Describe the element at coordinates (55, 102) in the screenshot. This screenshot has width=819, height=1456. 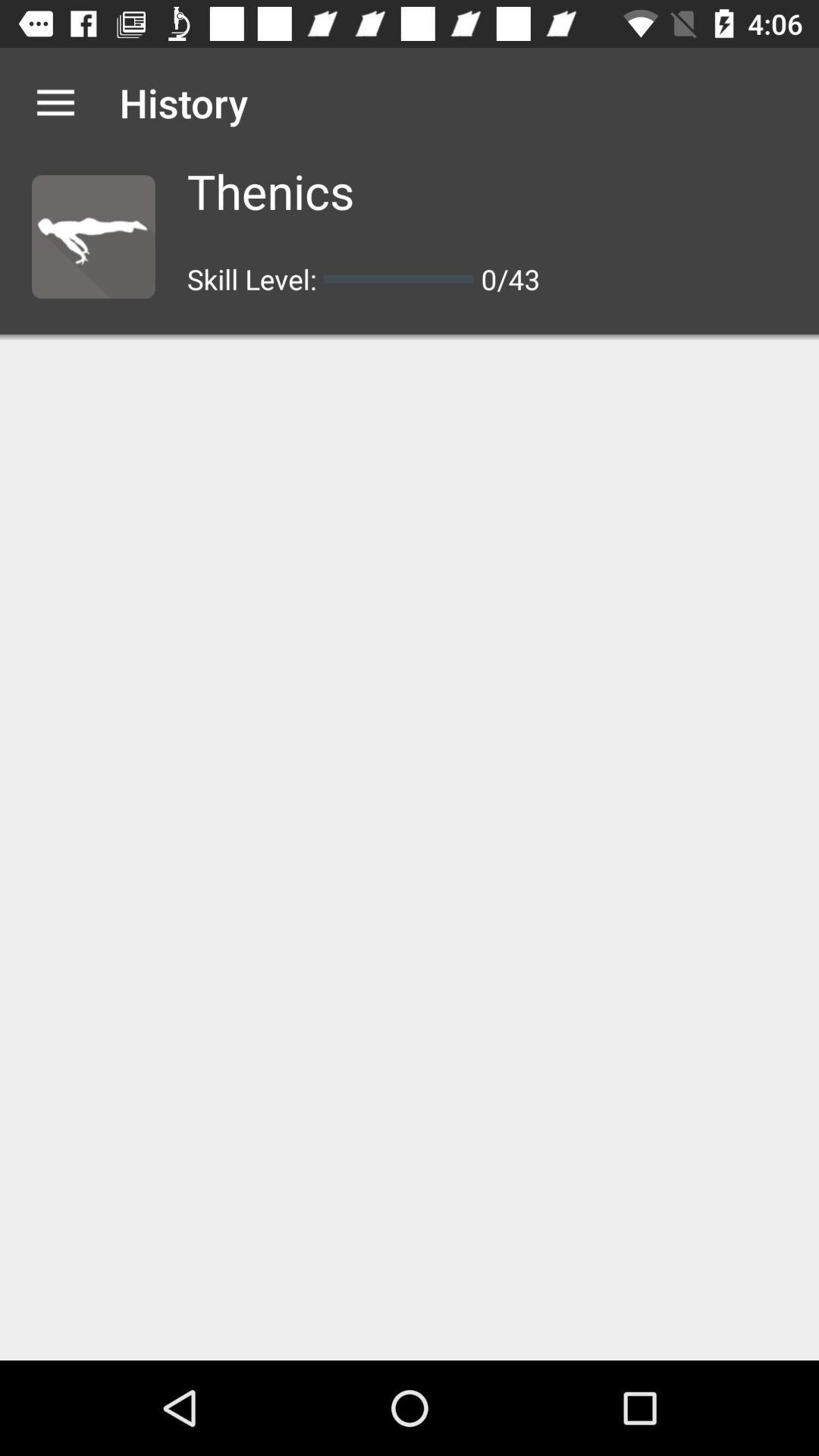
I see `the app to the left of the history` at that location.